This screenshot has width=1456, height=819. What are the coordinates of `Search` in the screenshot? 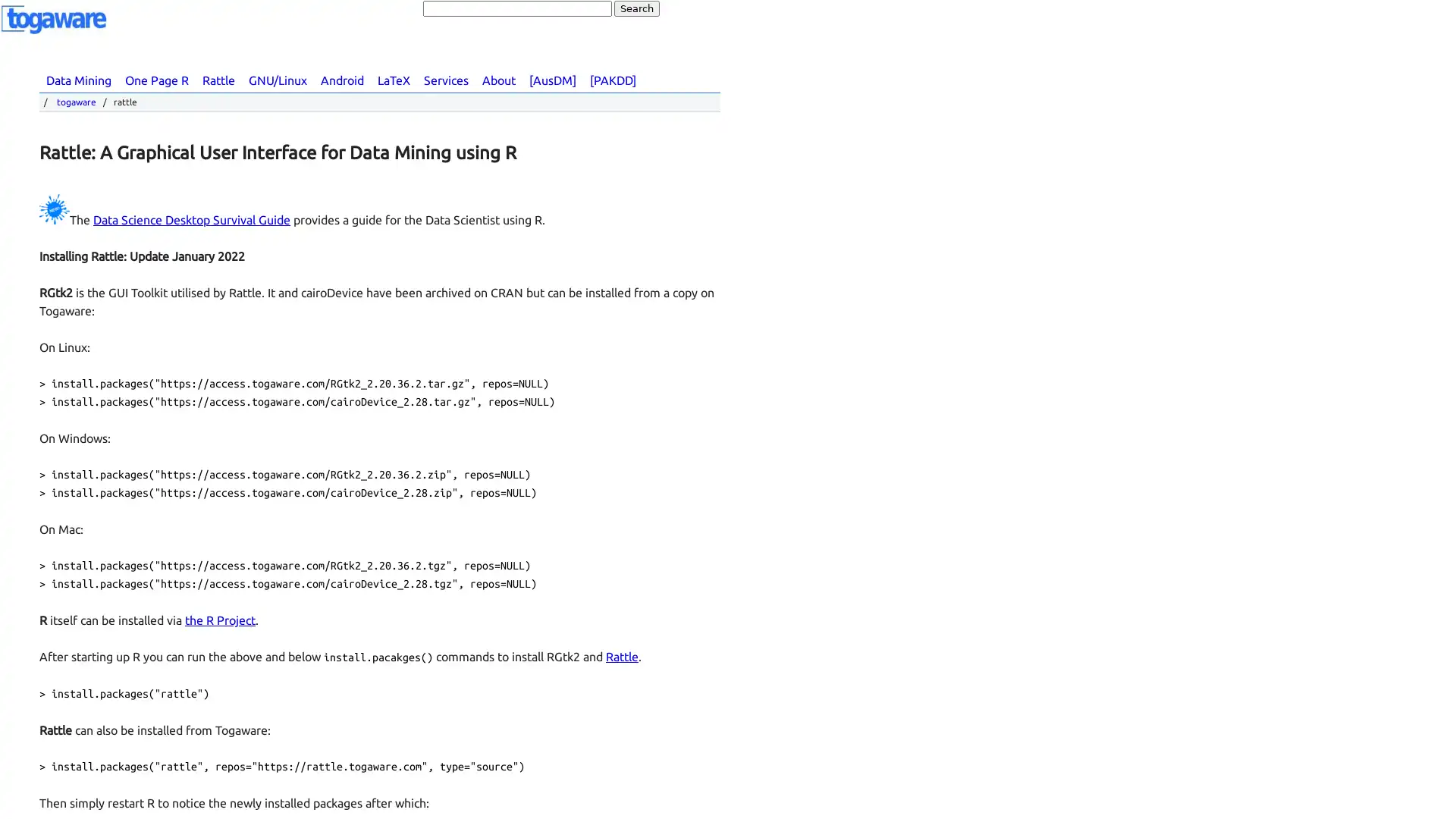 It's located at (637, 8).